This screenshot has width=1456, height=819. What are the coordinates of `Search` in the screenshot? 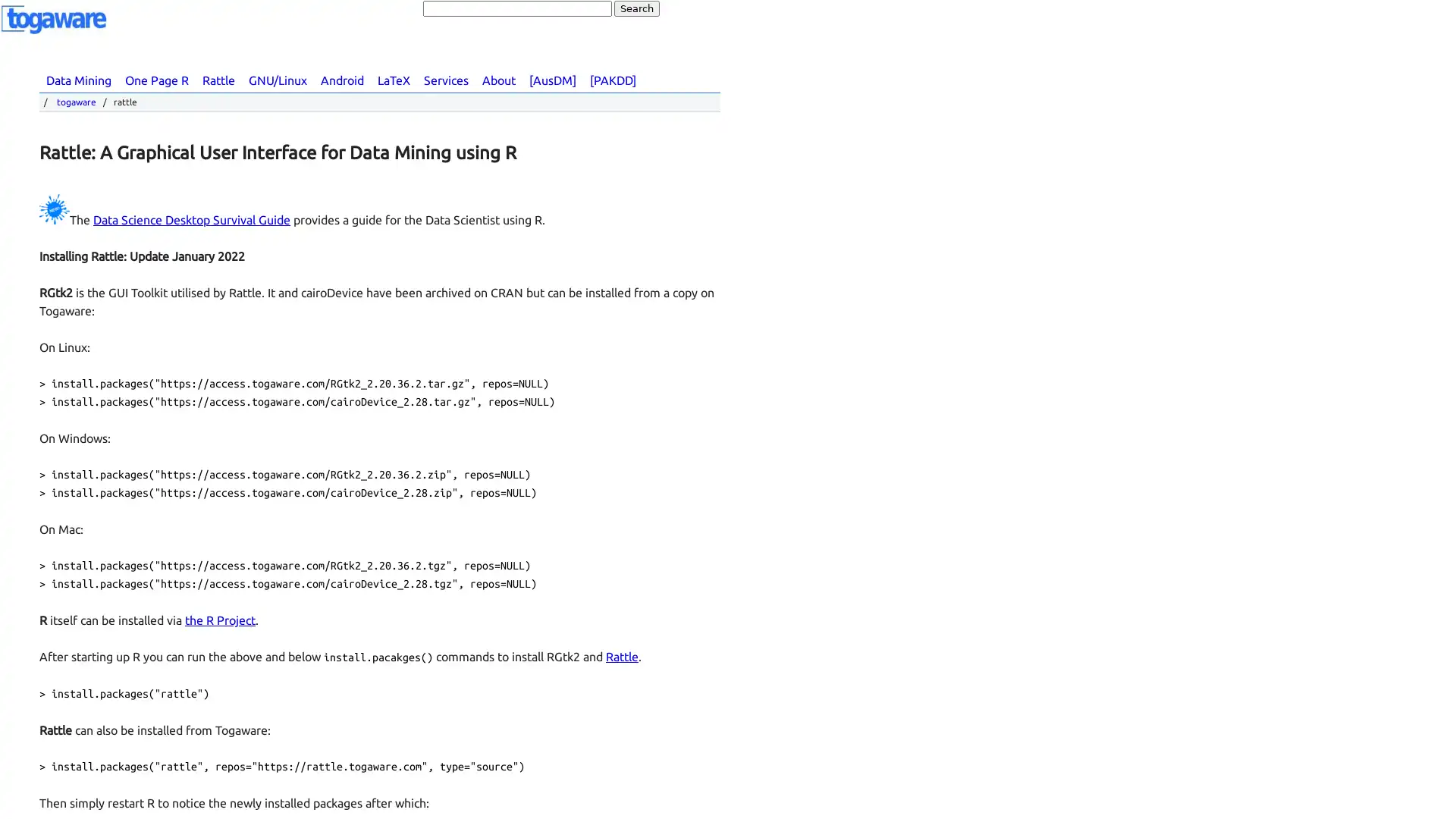 It's located at (637, 8).